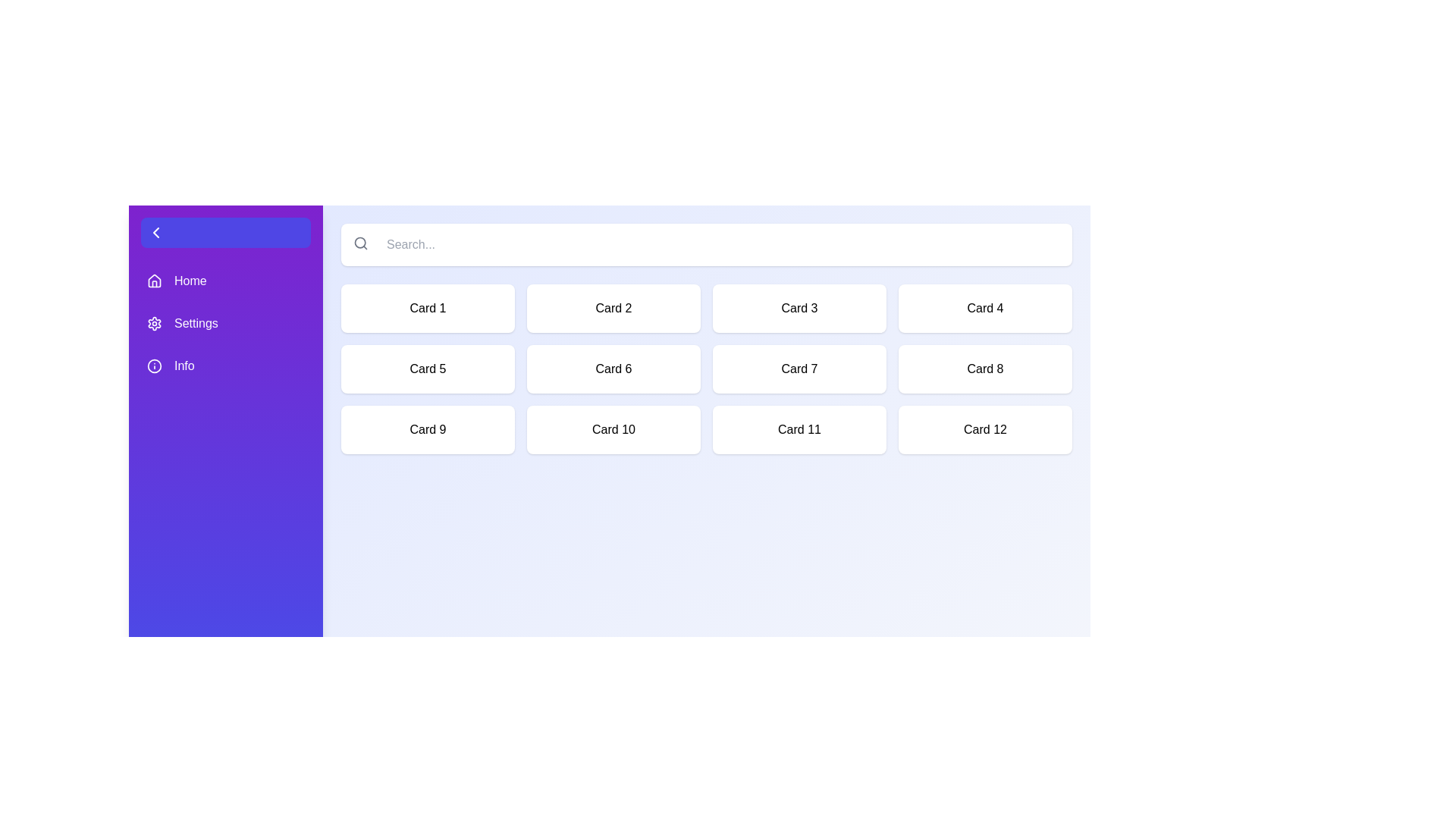 Image resolution: width=1456 pixels, height=819 pixels. What do you see at coordinates (224, 366) in the screenshot?
I see `the navigation item Info` at bounding box center [224, 366].